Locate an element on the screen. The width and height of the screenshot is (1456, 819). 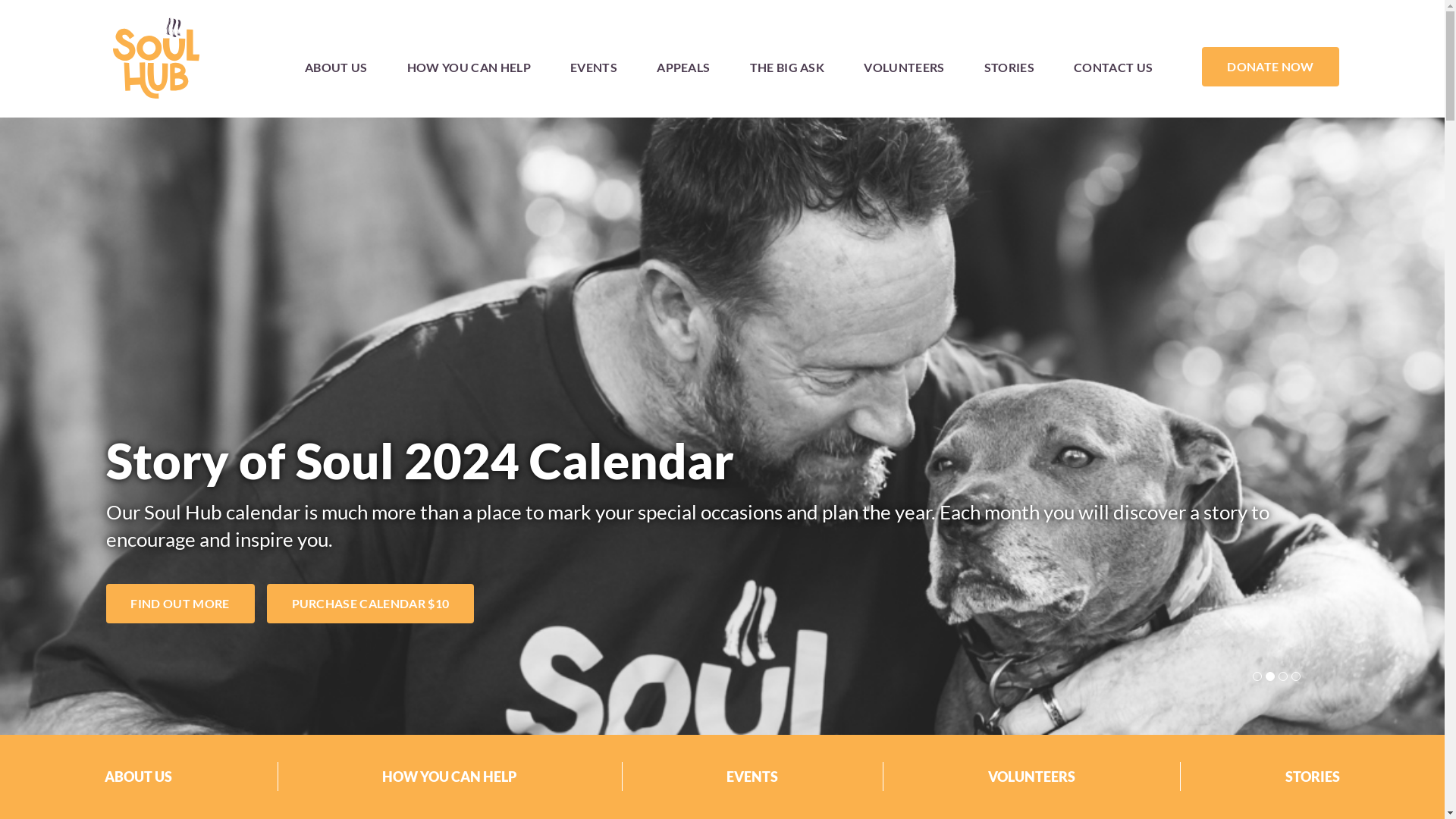
'CONTACT US' is located at coordinates (1113, 65).